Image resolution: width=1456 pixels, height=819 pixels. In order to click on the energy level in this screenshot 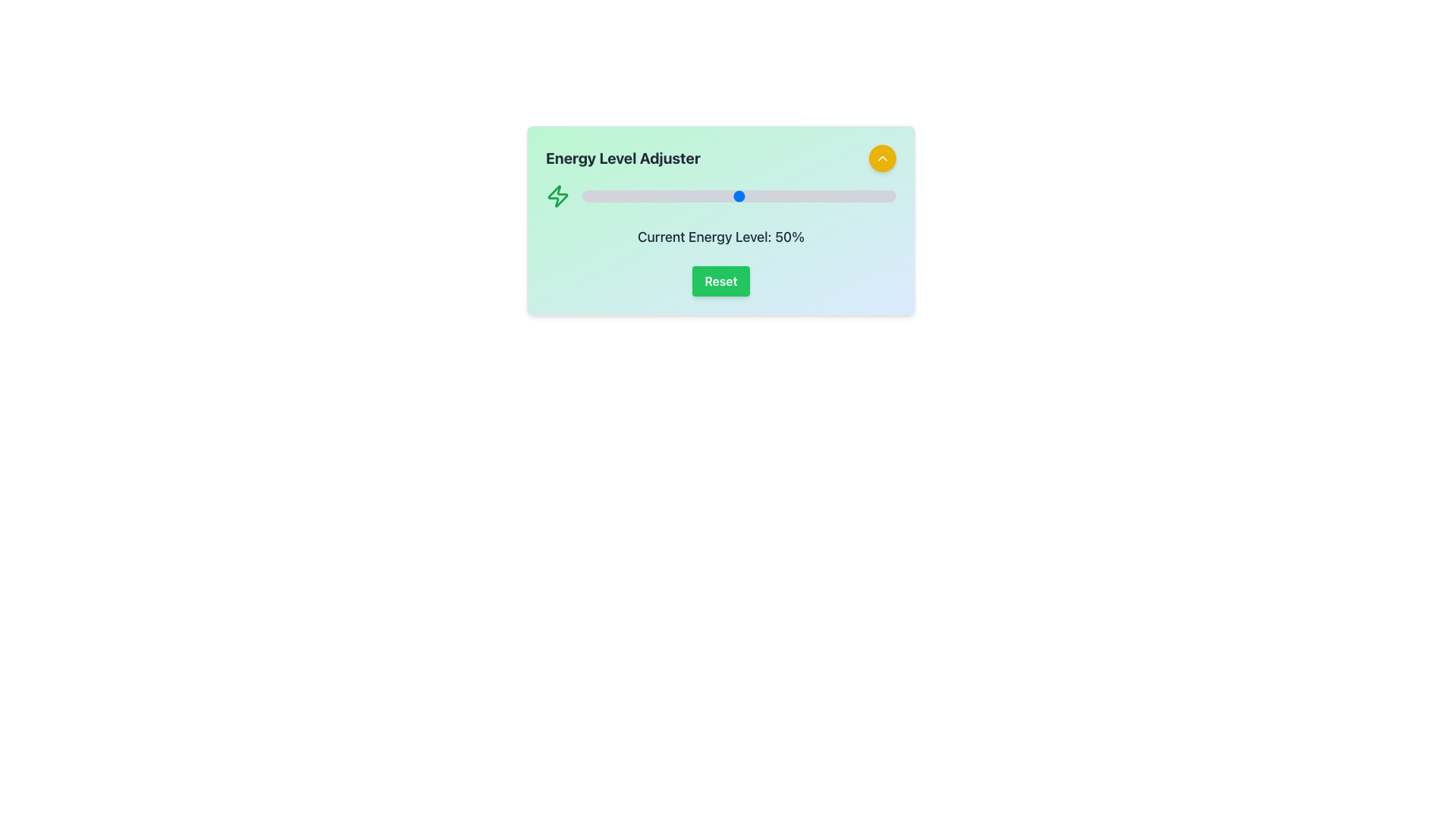, I will do `click(874, 195)`.